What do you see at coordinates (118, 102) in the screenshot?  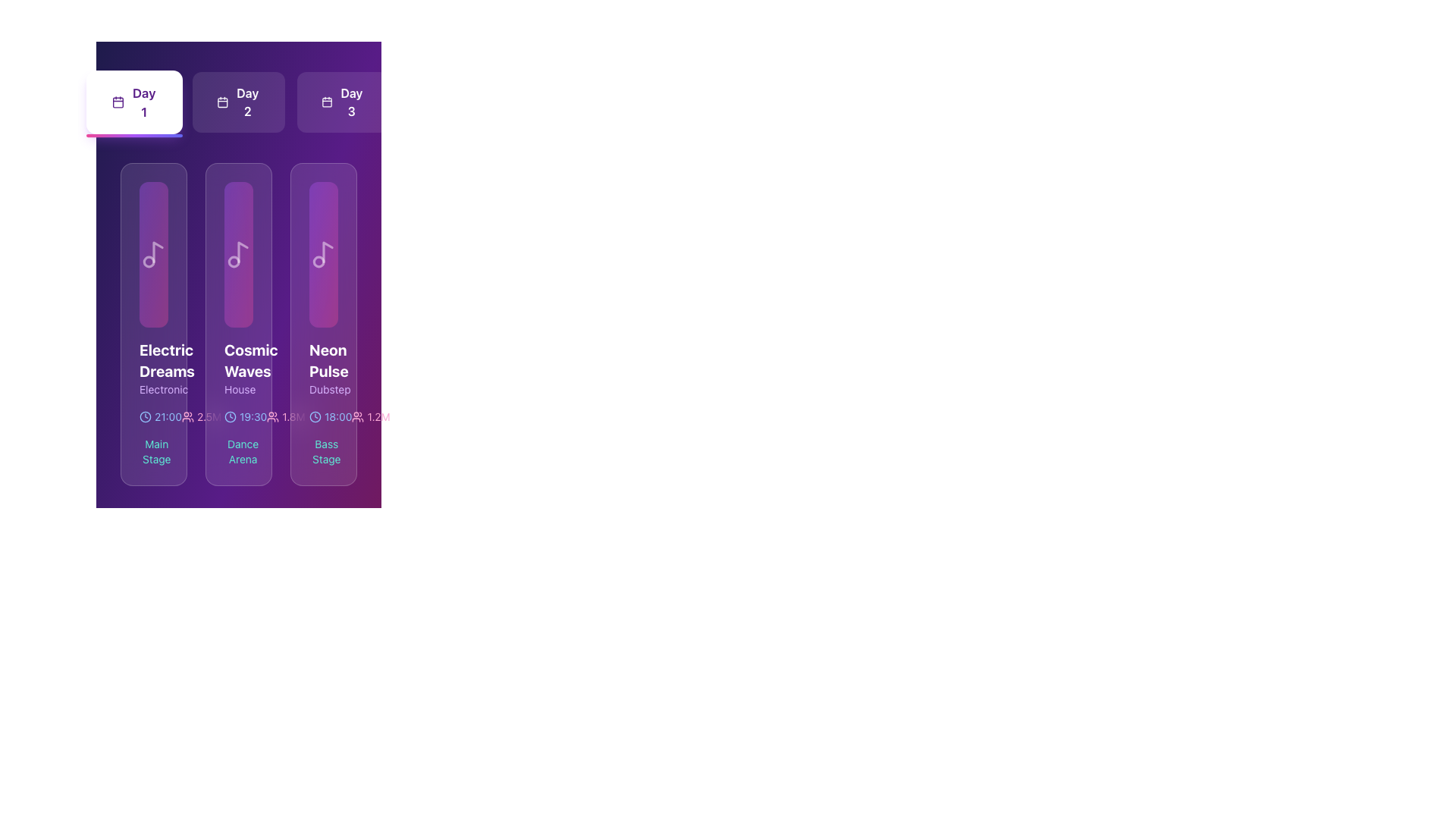 I see `the calendar-like icon located near the top-left corner of the 'Day 1' button` at bounding box center [118, 102].